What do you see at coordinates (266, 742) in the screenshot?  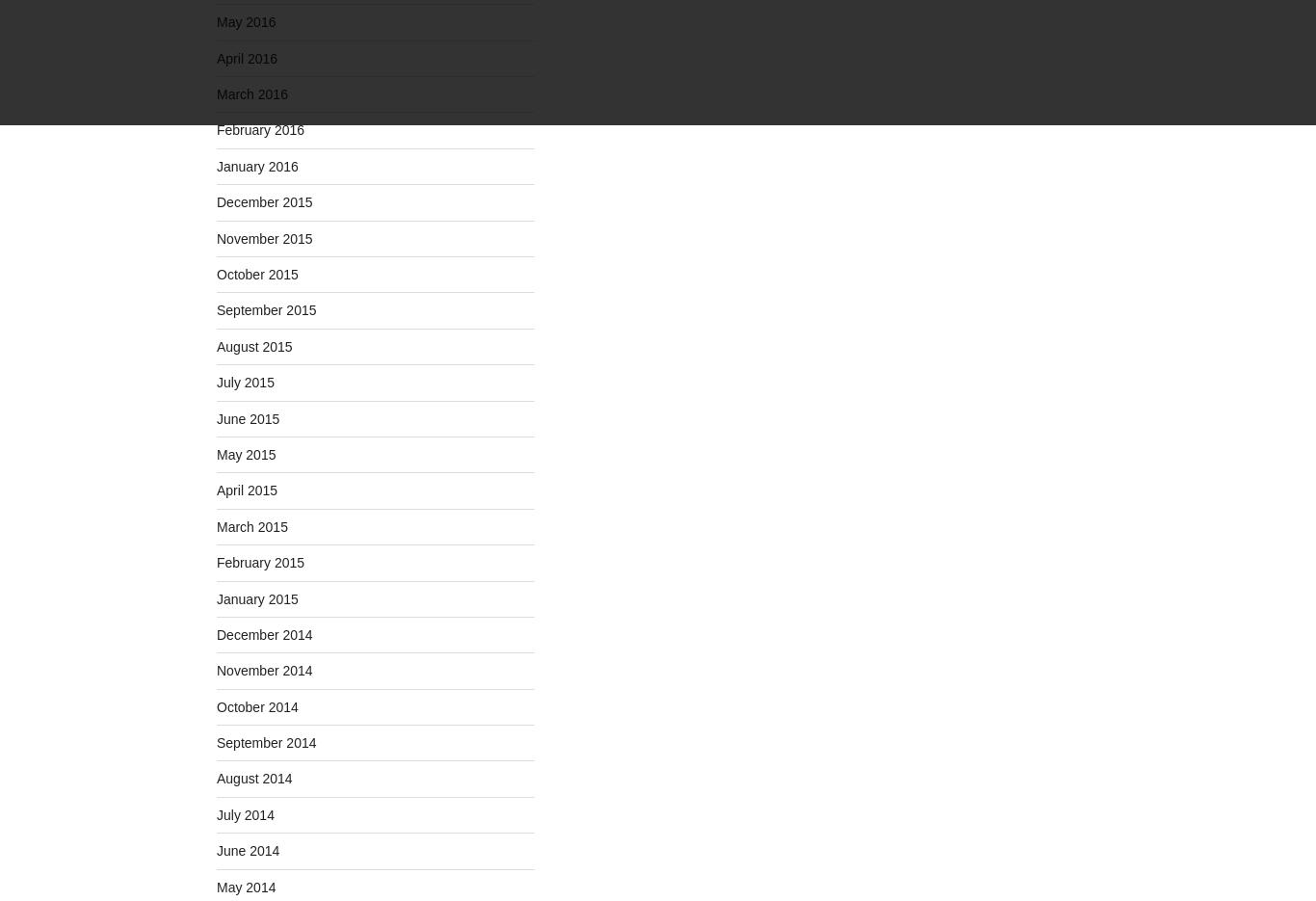 I see `'September 2014'` at bounding box center [266, 742].